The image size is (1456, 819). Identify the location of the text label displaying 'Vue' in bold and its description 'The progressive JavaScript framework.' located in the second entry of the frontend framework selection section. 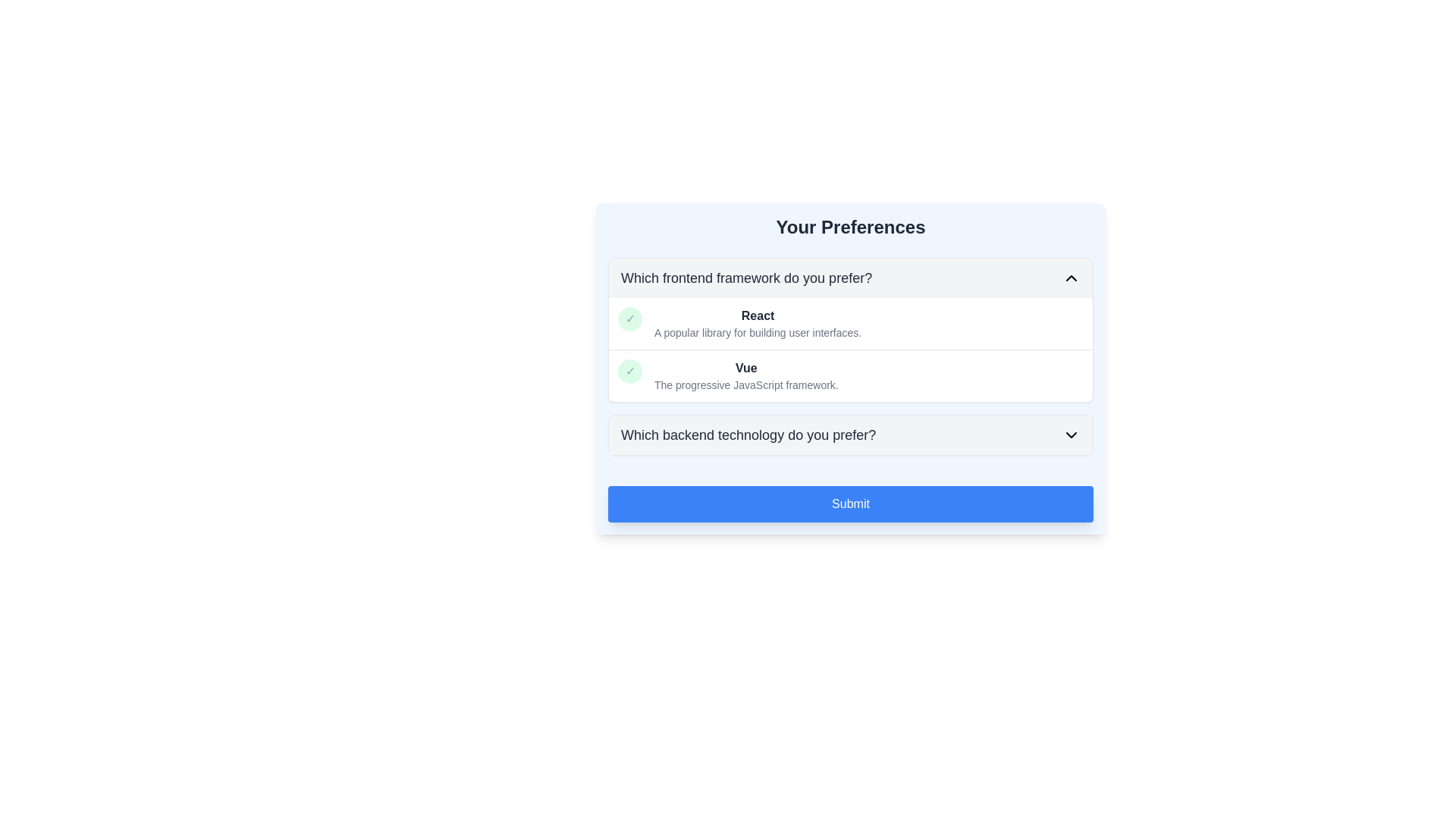
(746, 375).